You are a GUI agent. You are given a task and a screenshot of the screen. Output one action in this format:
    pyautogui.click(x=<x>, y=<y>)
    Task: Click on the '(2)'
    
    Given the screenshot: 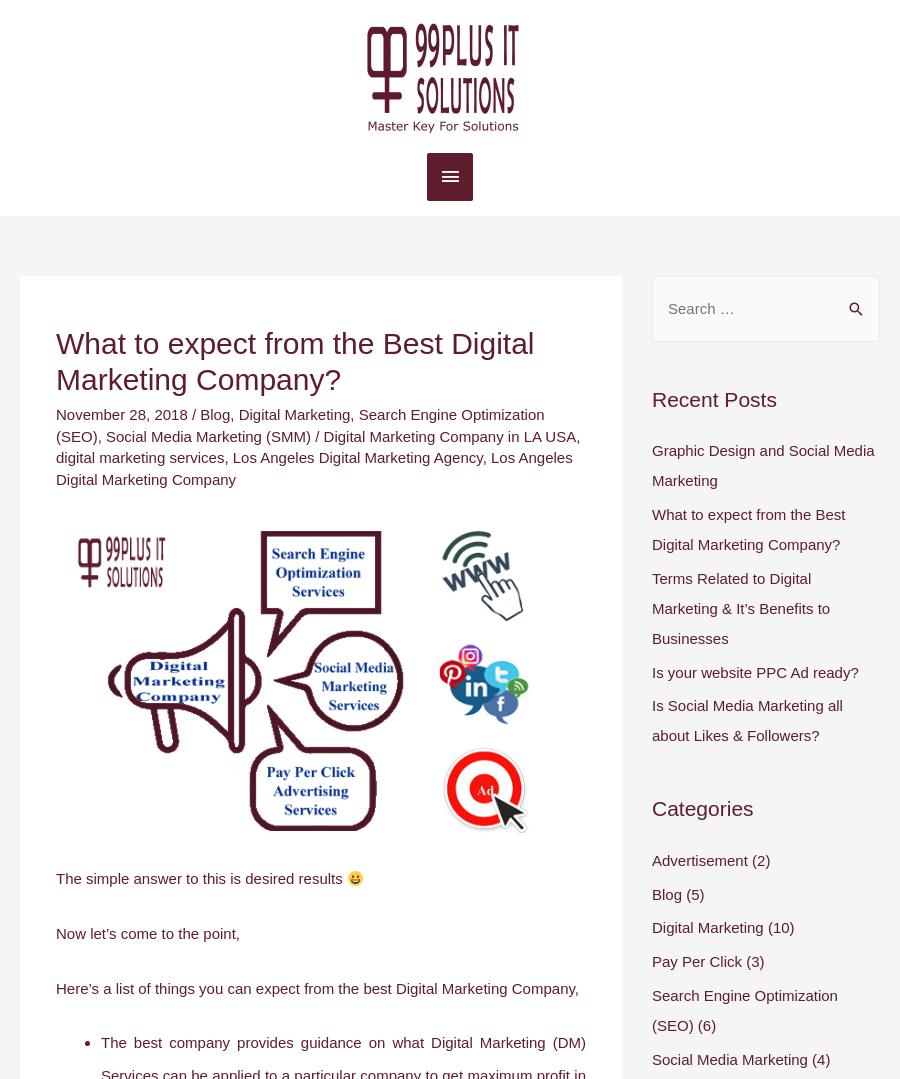 What is the action you would take?
    pyautogui.click(x=746, y=859)
    